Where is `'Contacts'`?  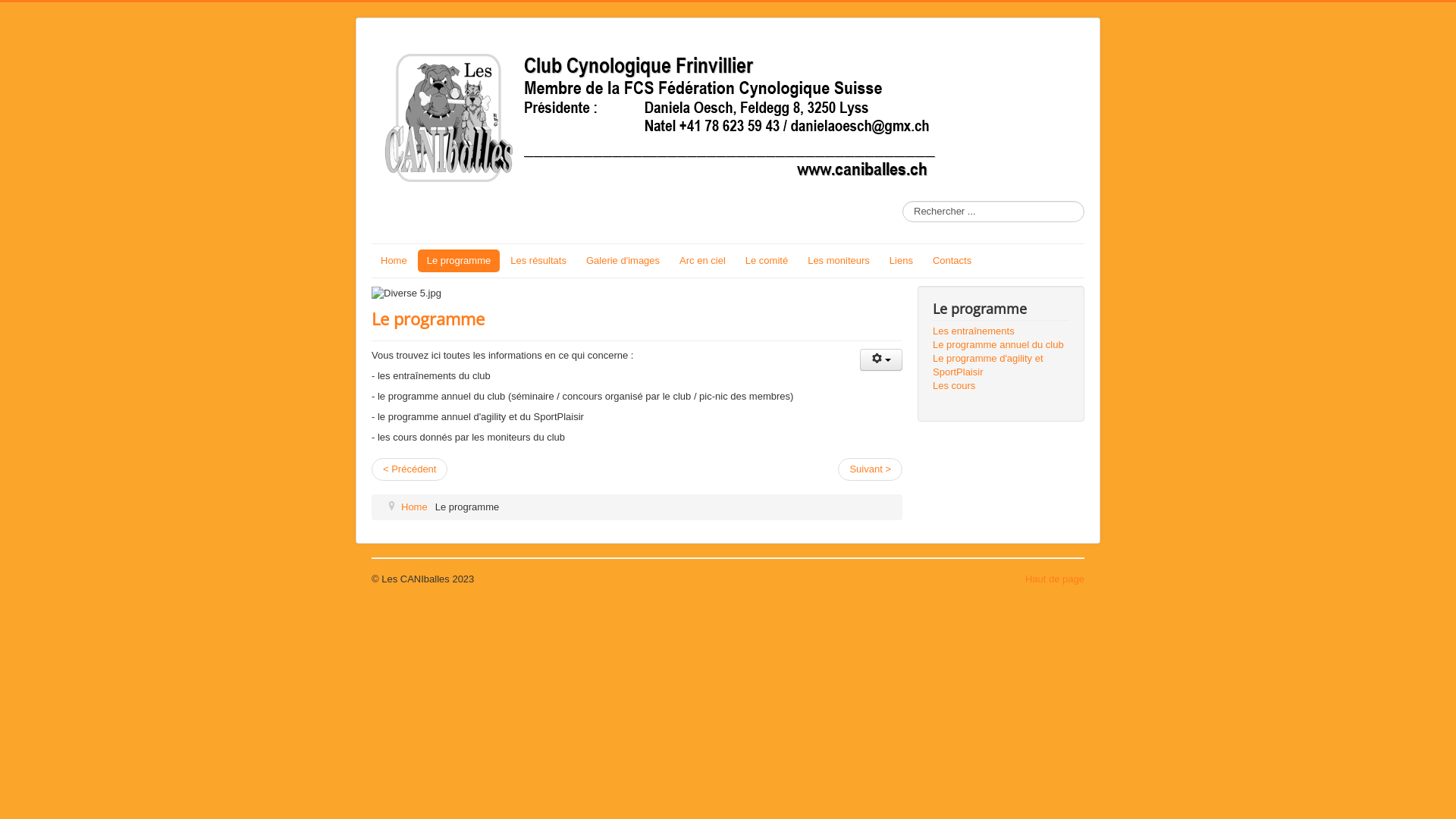
'Contacts' is located at coordinates (951, 259).